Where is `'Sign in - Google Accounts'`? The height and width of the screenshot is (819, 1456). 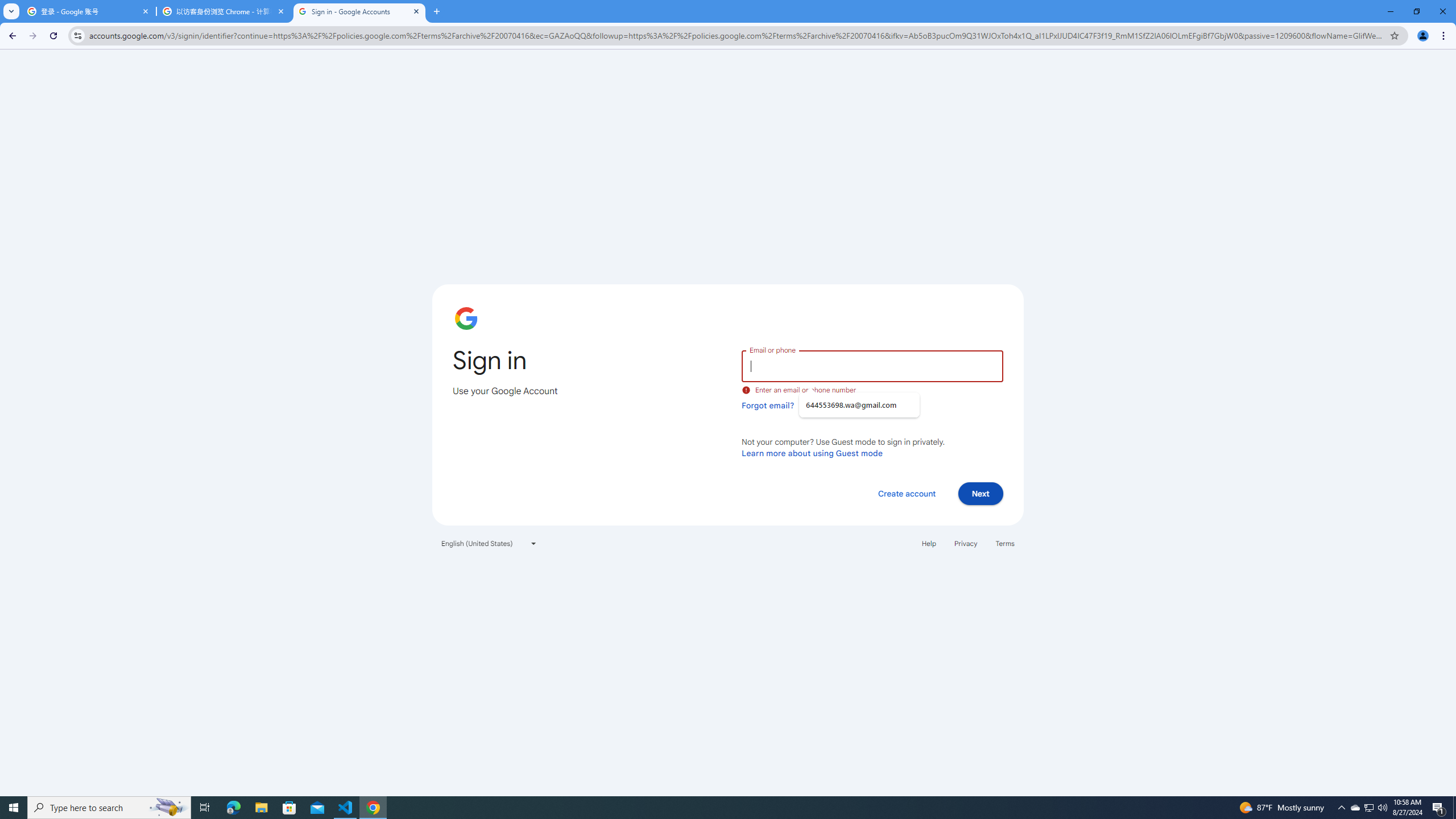
'Sign in - Google Accounts' is located at coordinates (359, 11).